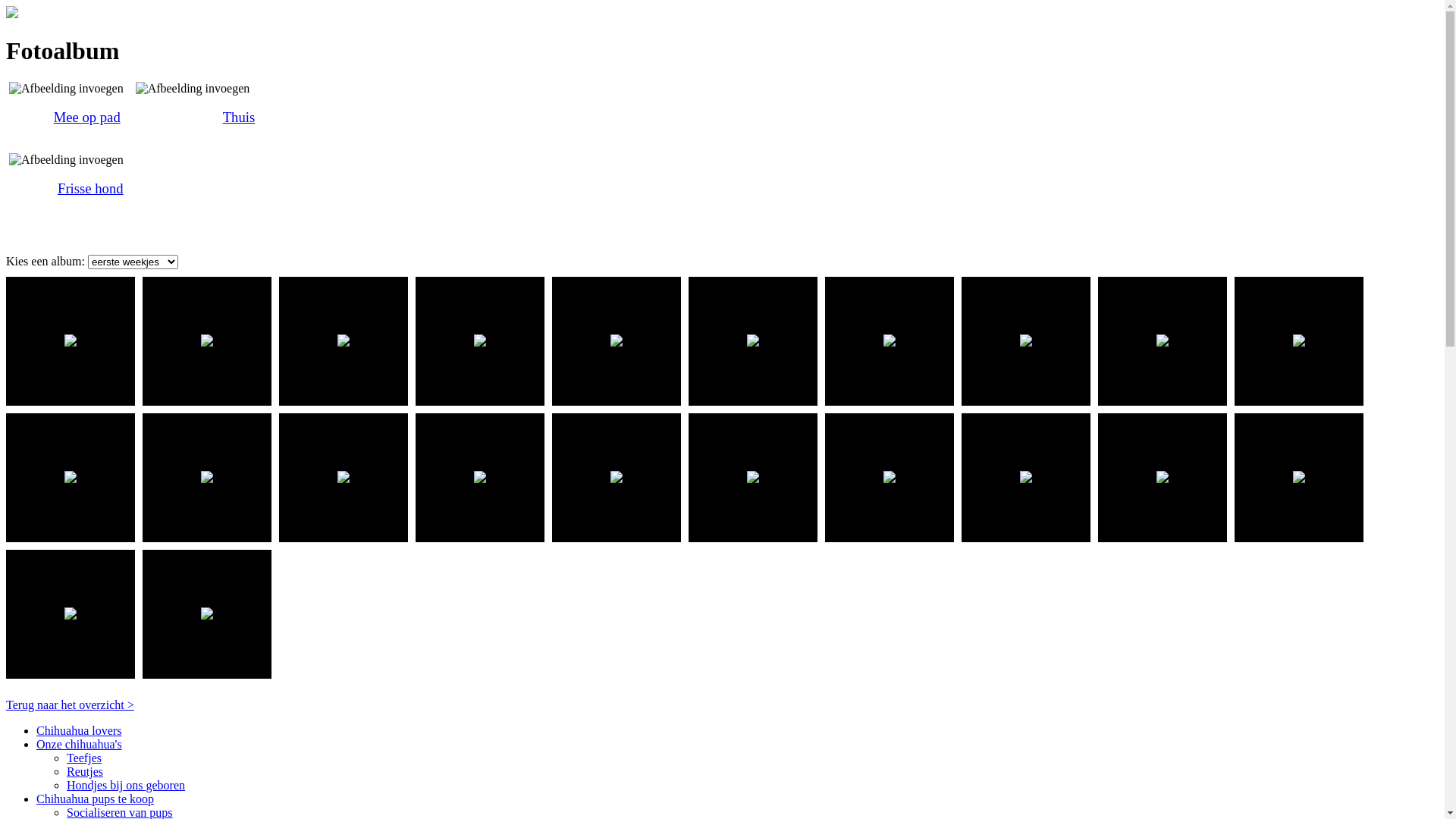 The height and width of the screenshot is (819, 1456). I want to click on 'Hondjes bij ons geboren', so click(126, 785).